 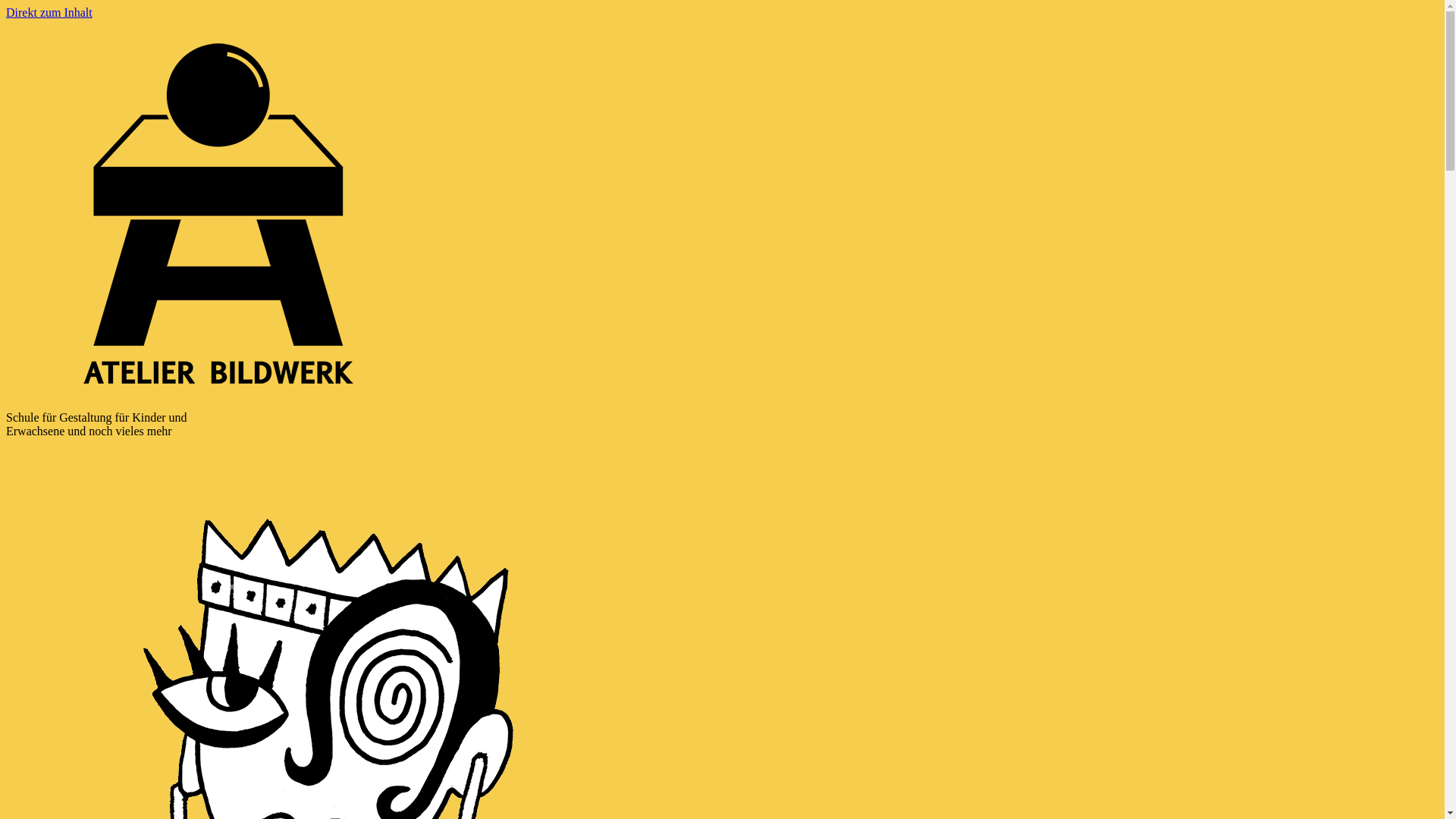 What do you see at coordinates (49, 12) in the screenshot?
I see `'Direkt zum Inhalt'` at bounding box center [49, 12].